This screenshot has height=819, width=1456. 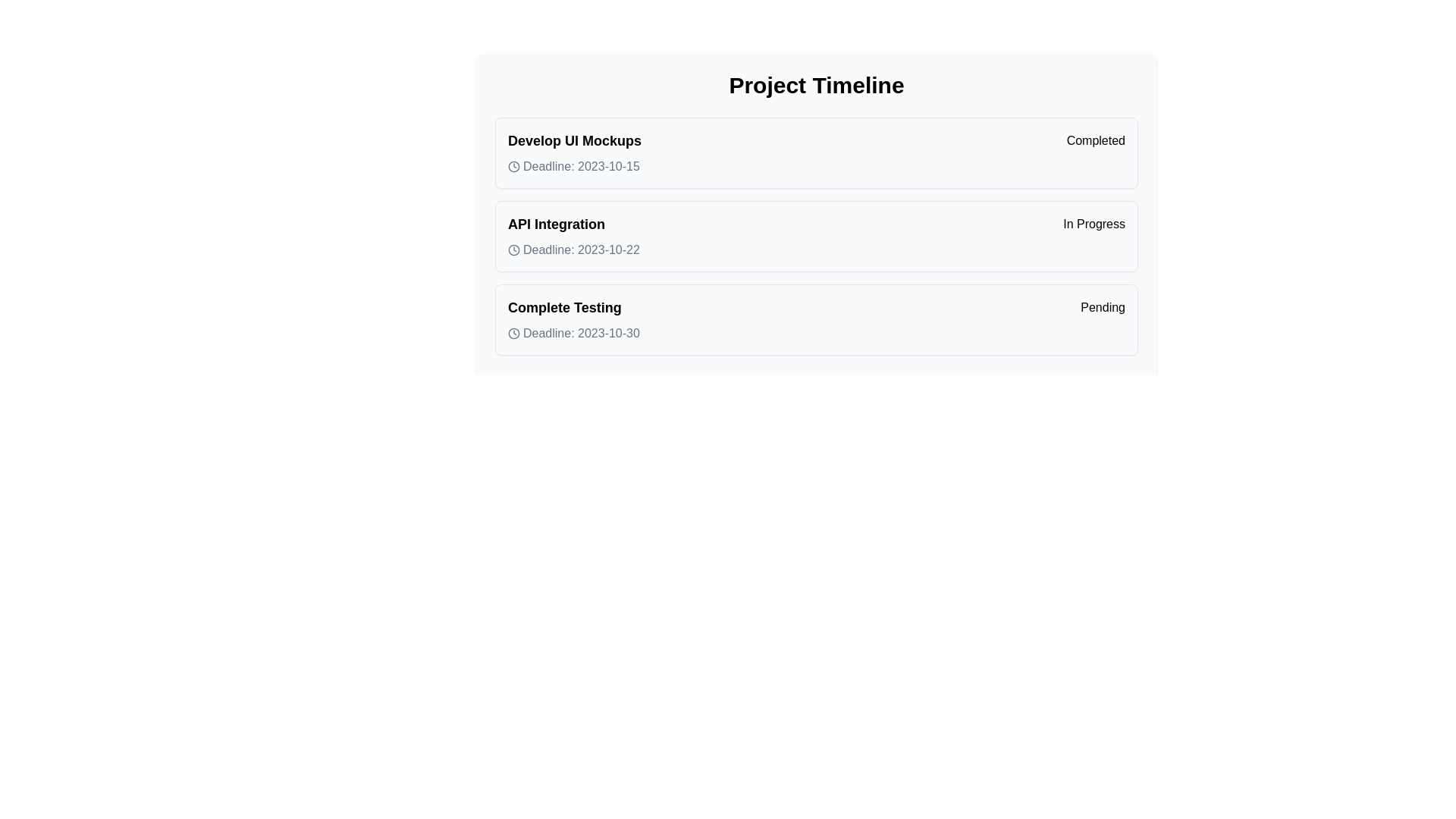 What do you see at coordinates (1103, 307) in the screenshot?
I see `text of the badge labeled 'Pending' located at the end of the 'Complete Testing' row` at bounding box center [1103, 307].